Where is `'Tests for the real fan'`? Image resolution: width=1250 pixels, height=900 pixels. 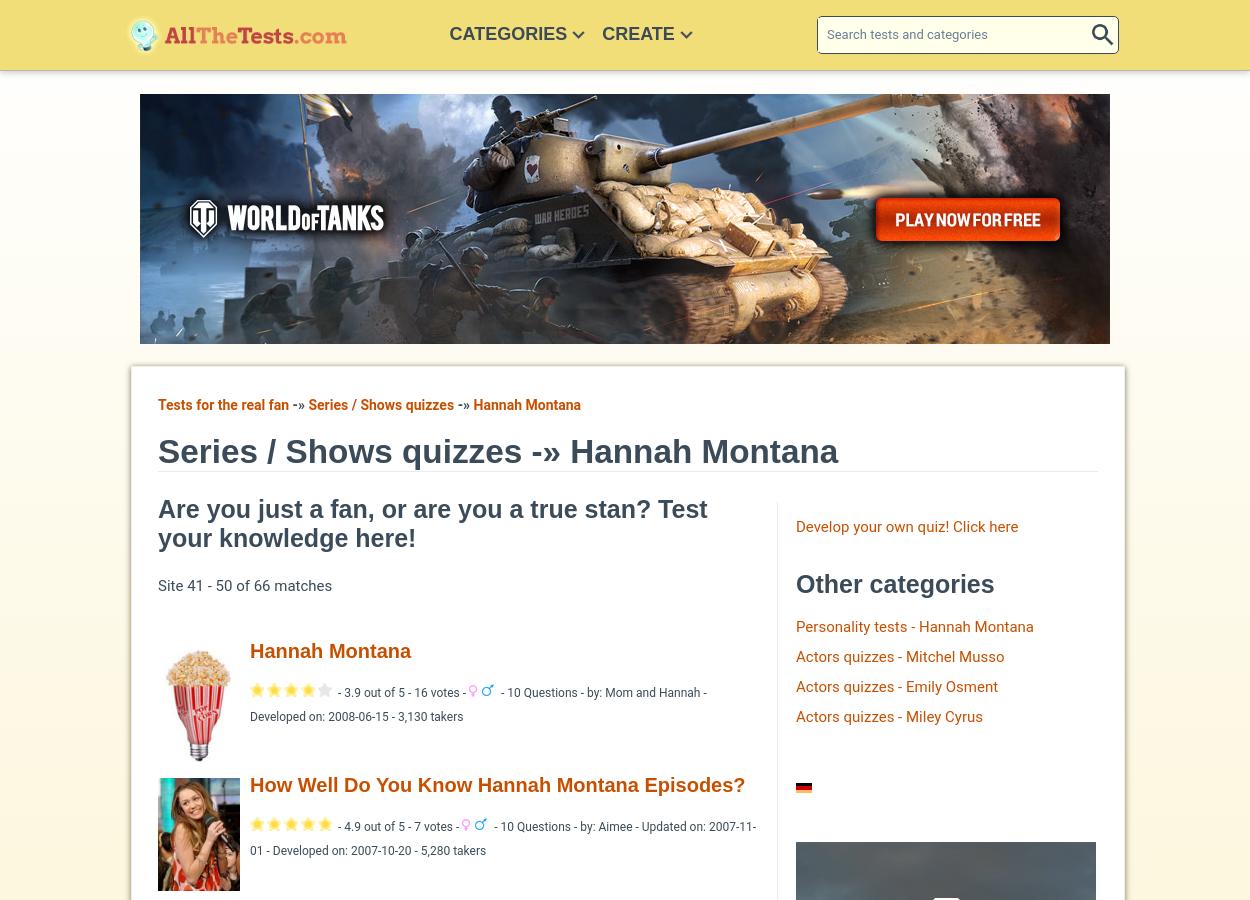
'Tests for the real fan' is located at coordinates (158, 405).